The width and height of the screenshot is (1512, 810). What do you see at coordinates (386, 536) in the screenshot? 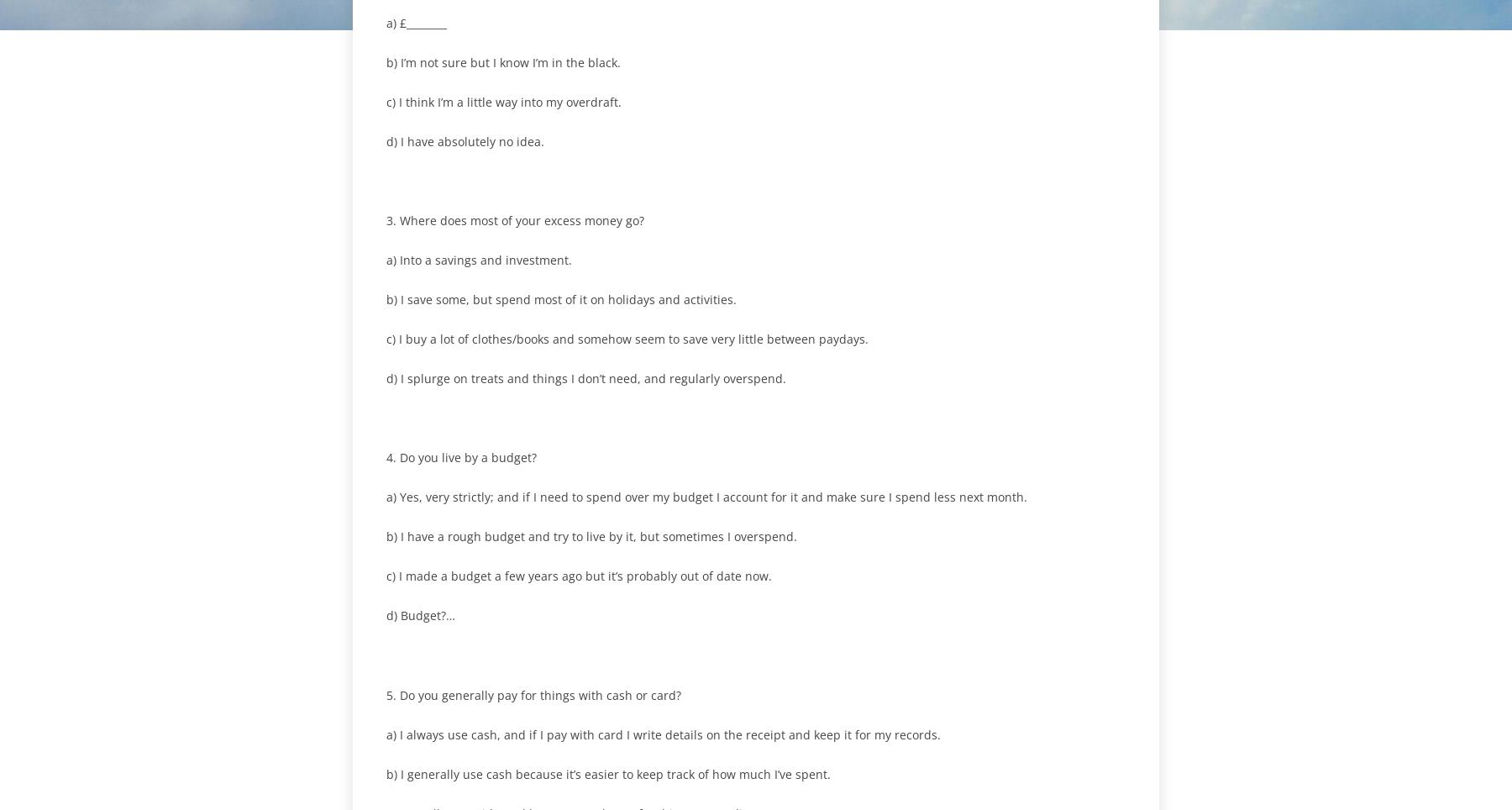
I see `'b) I have a rough budget and try to live by it, but sometimes I overspend.'` at bounding box center [386, 536].